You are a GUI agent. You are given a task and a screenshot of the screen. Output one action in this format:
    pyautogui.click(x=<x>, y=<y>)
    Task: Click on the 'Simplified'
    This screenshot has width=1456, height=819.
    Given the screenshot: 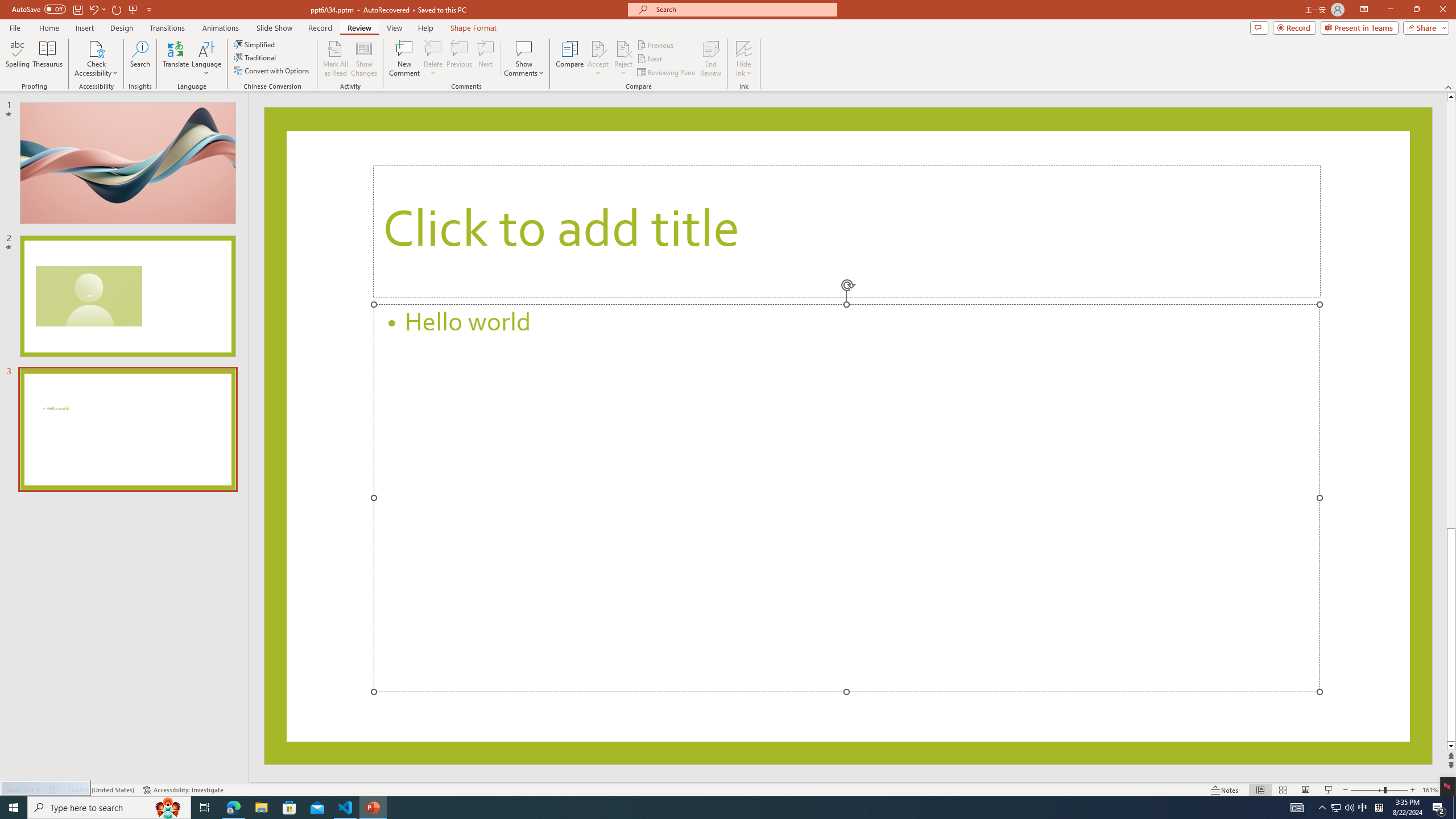 What is the action you would take?
    pyautogui.click(x=255, y=44)
    